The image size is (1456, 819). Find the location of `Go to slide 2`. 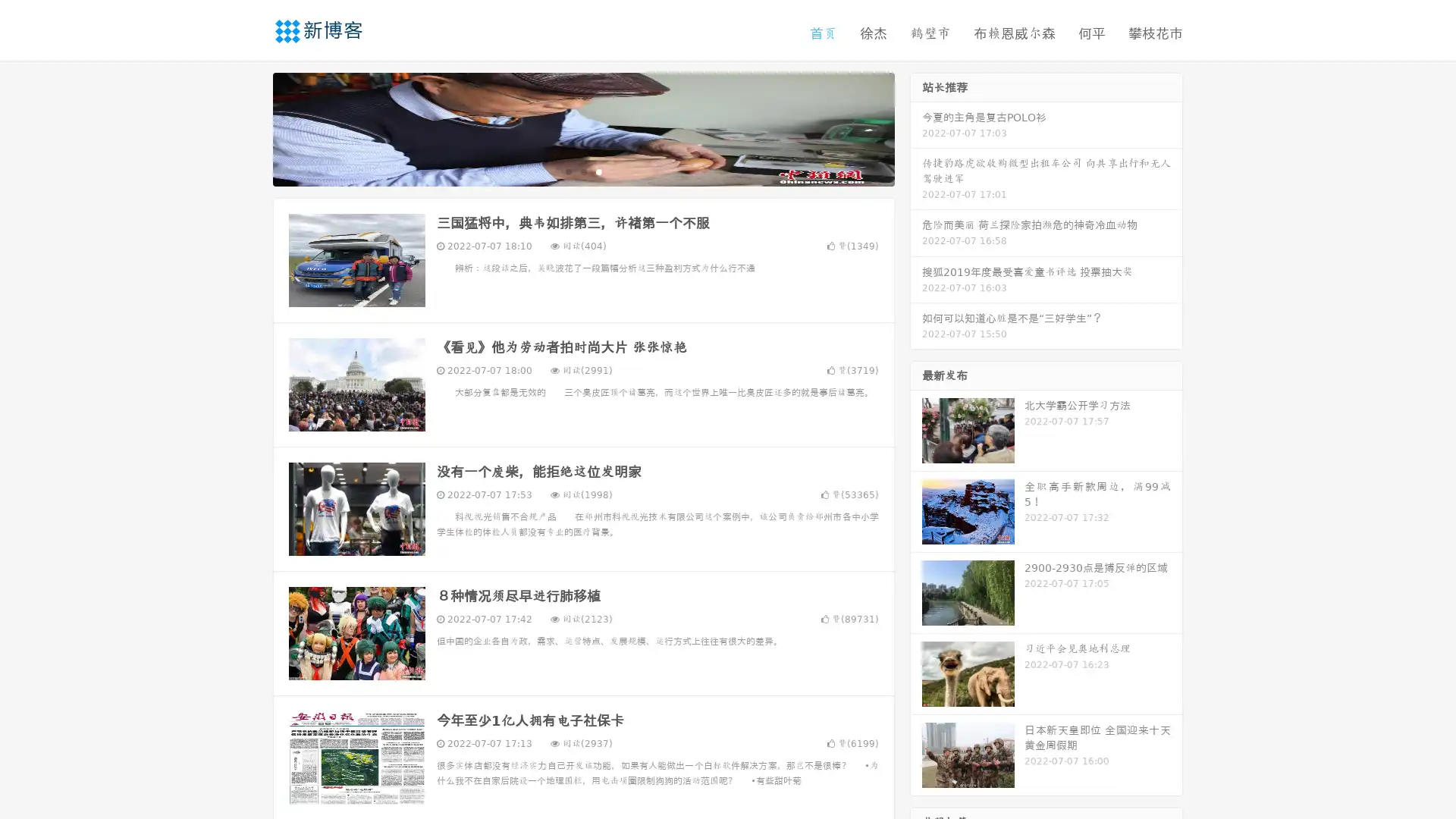

Go to slide 2 is located at coordinates (582, 171).